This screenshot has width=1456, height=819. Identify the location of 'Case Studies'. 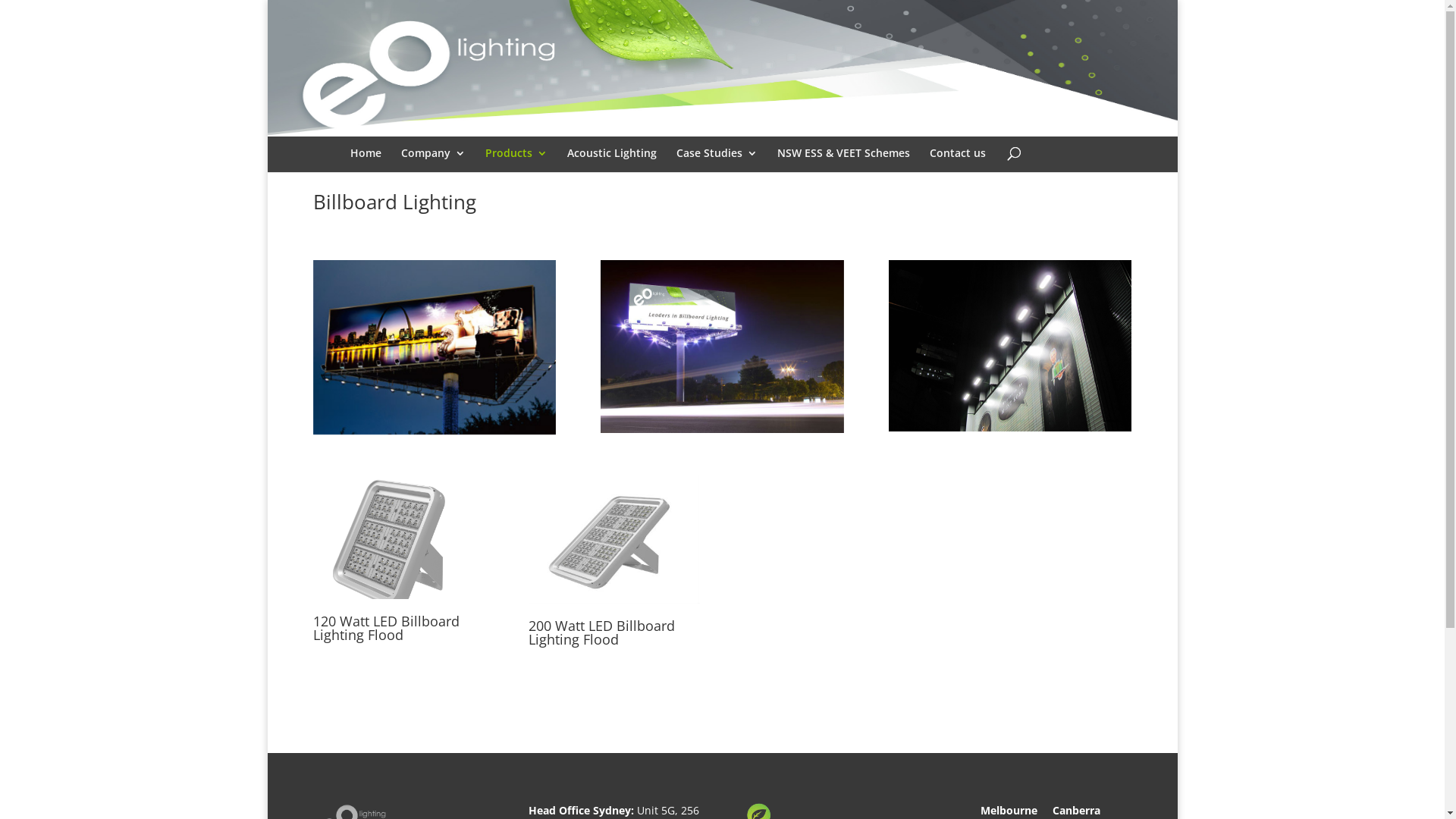
(716, 164).